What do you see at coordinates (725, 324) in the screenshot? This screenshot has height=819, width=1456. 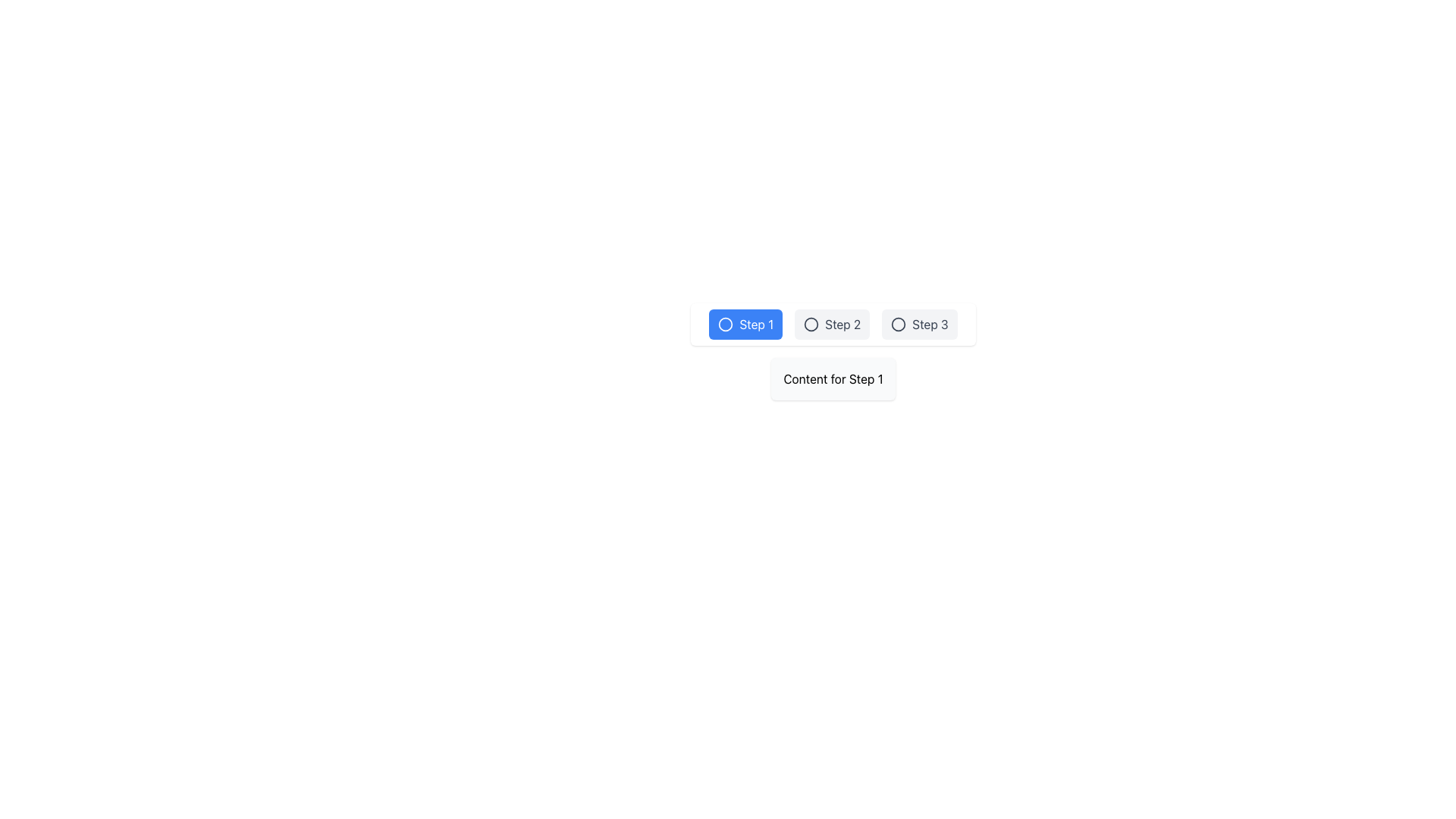 I see `the circular SVG icon located to the left of the 'Step 1' button` at bounding box center [725, 324].